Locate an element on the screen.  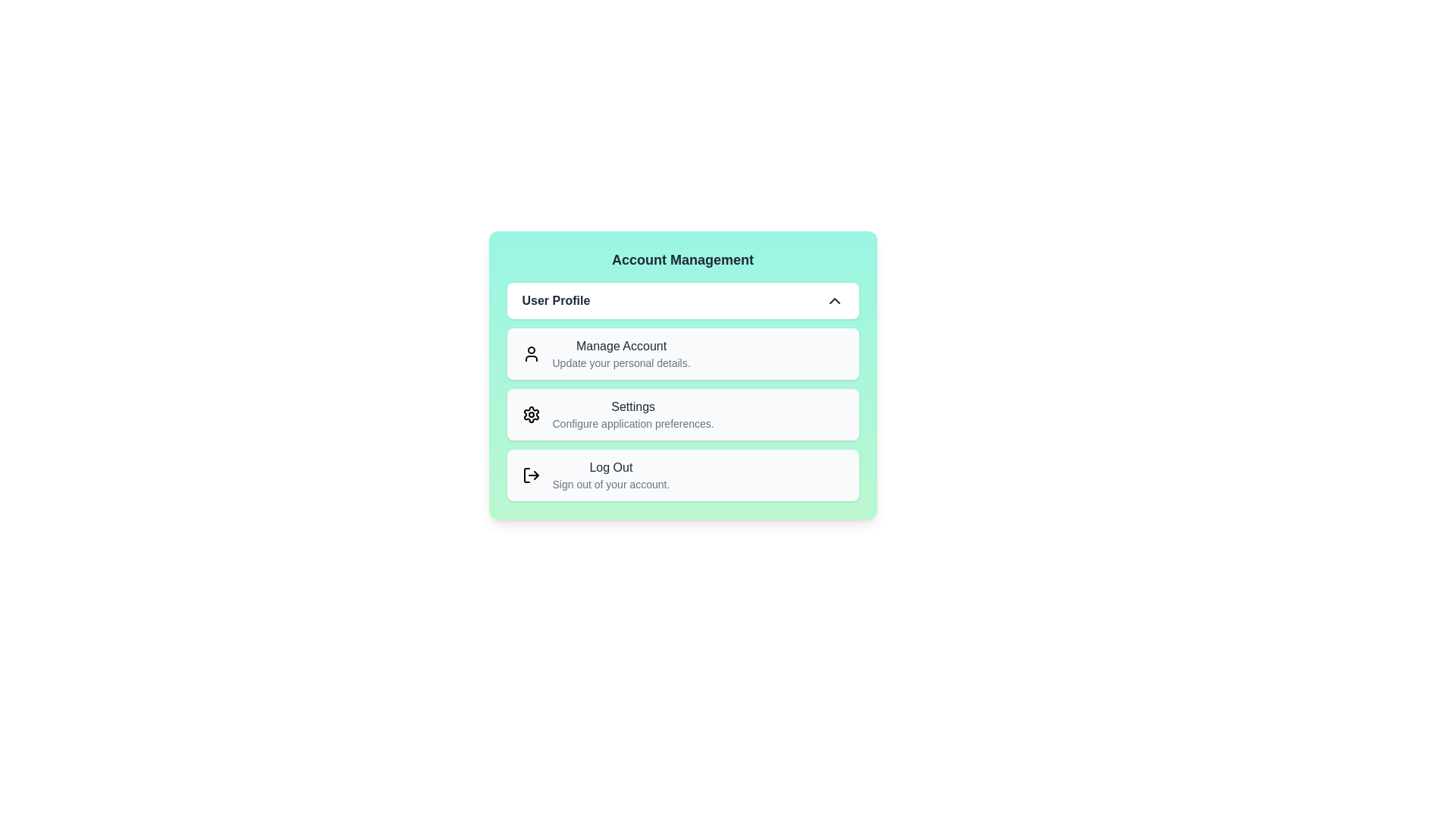
the icon corresponding to the menu item Log Out is located at coordinates (531, 475).